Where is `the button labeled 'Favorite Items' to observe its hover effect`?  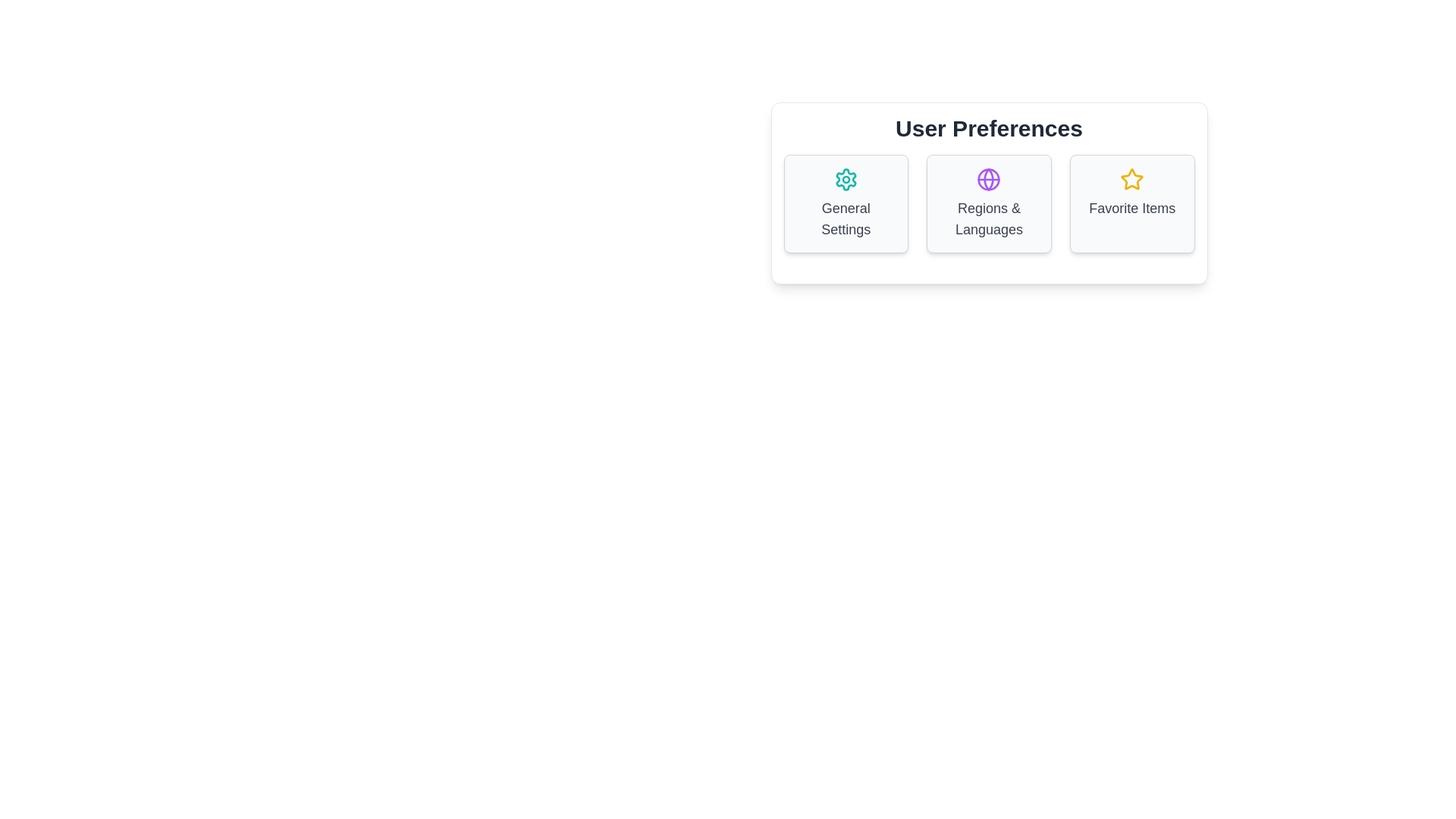
the button labeled 'Favorite Items' to observe its hover effect is located at coordinates (1132, 203).